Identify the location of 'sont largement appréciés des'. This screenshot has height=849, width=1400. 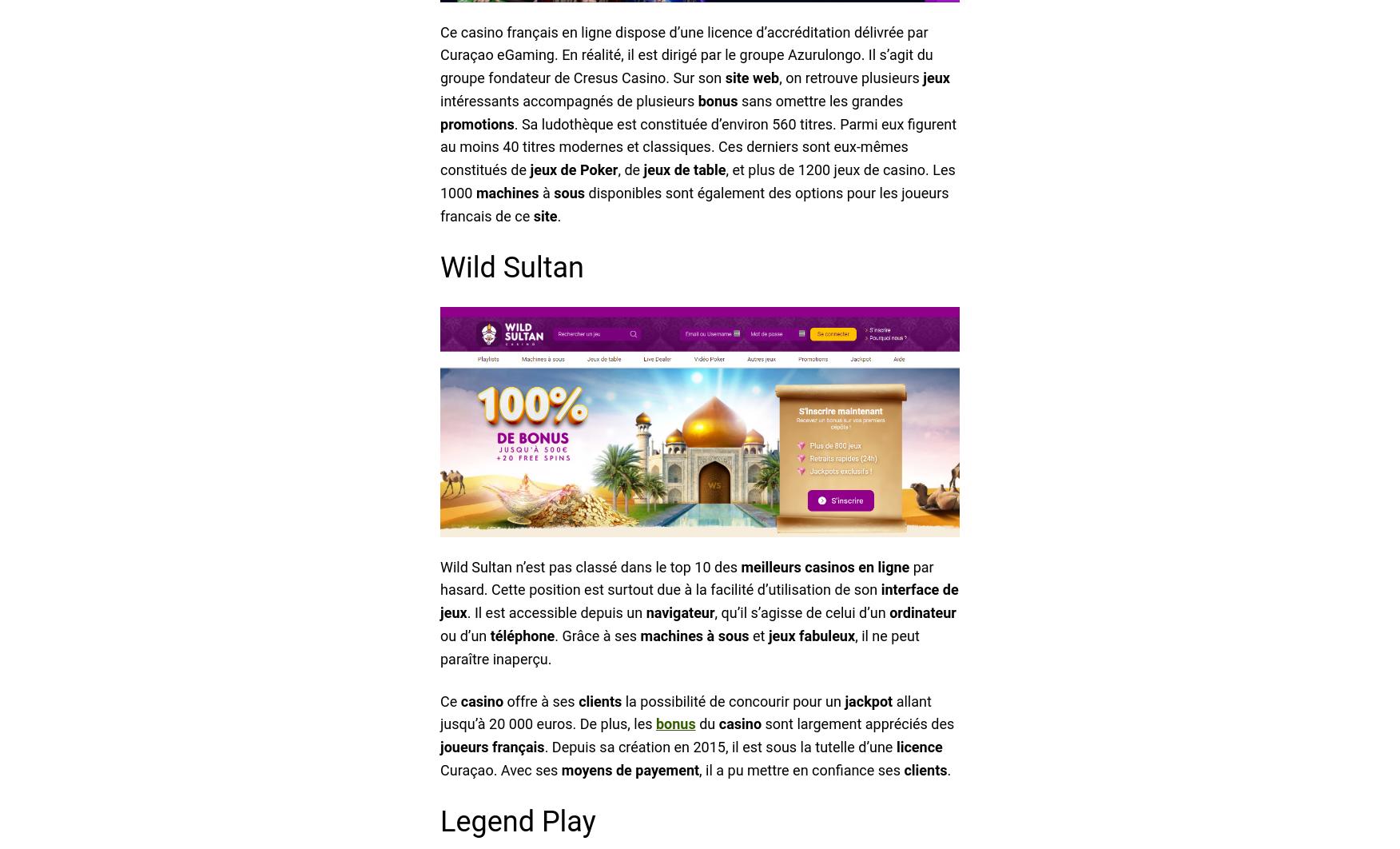
(857, 723).